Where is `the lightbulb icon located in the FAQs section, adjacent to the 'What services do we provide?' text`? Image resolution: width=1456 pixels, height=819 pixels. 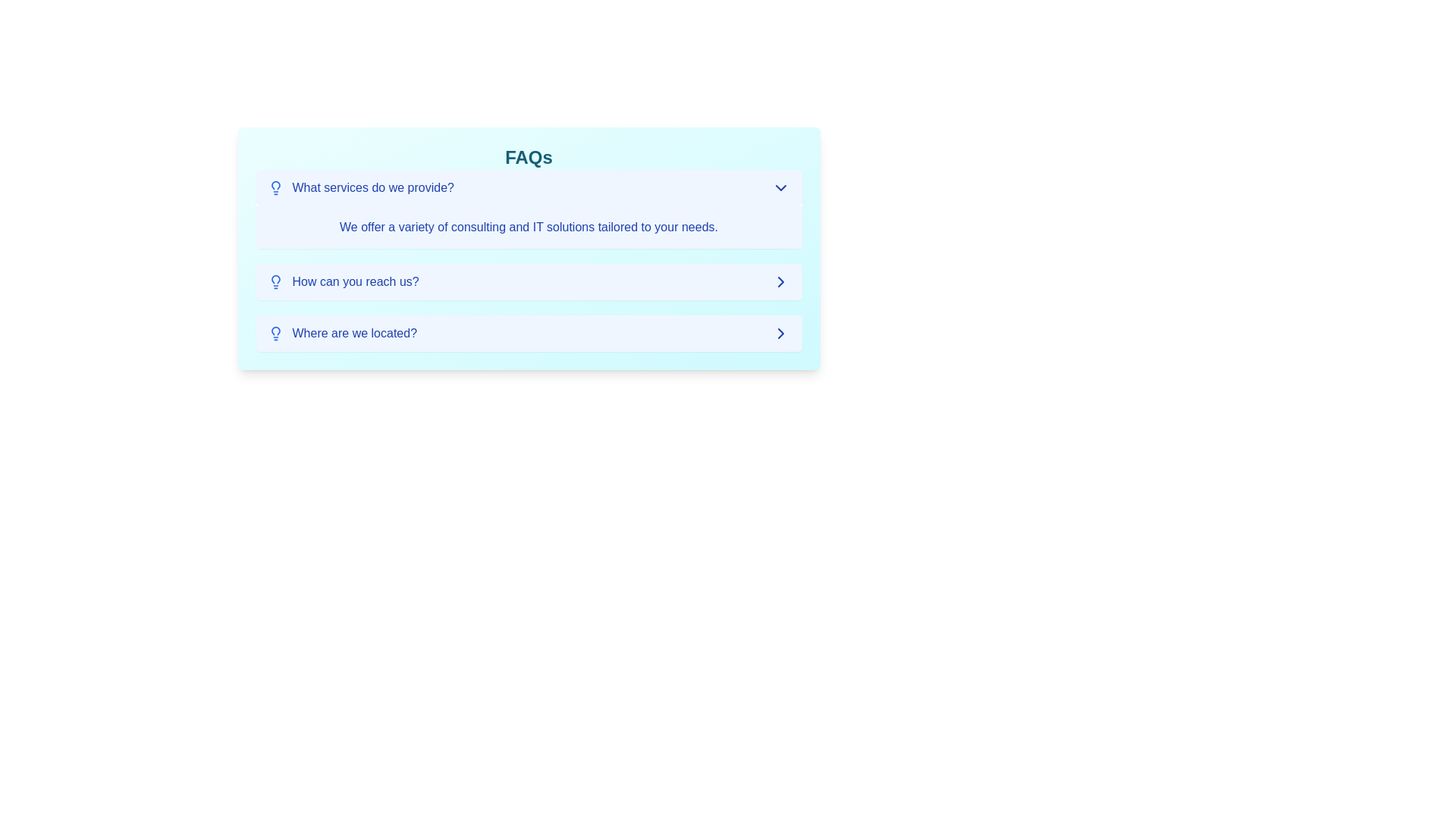
the lightbulb icon located in the FAQs section, adjacent to the 'What services do we provide?' text is located at coordinates (275, 187).